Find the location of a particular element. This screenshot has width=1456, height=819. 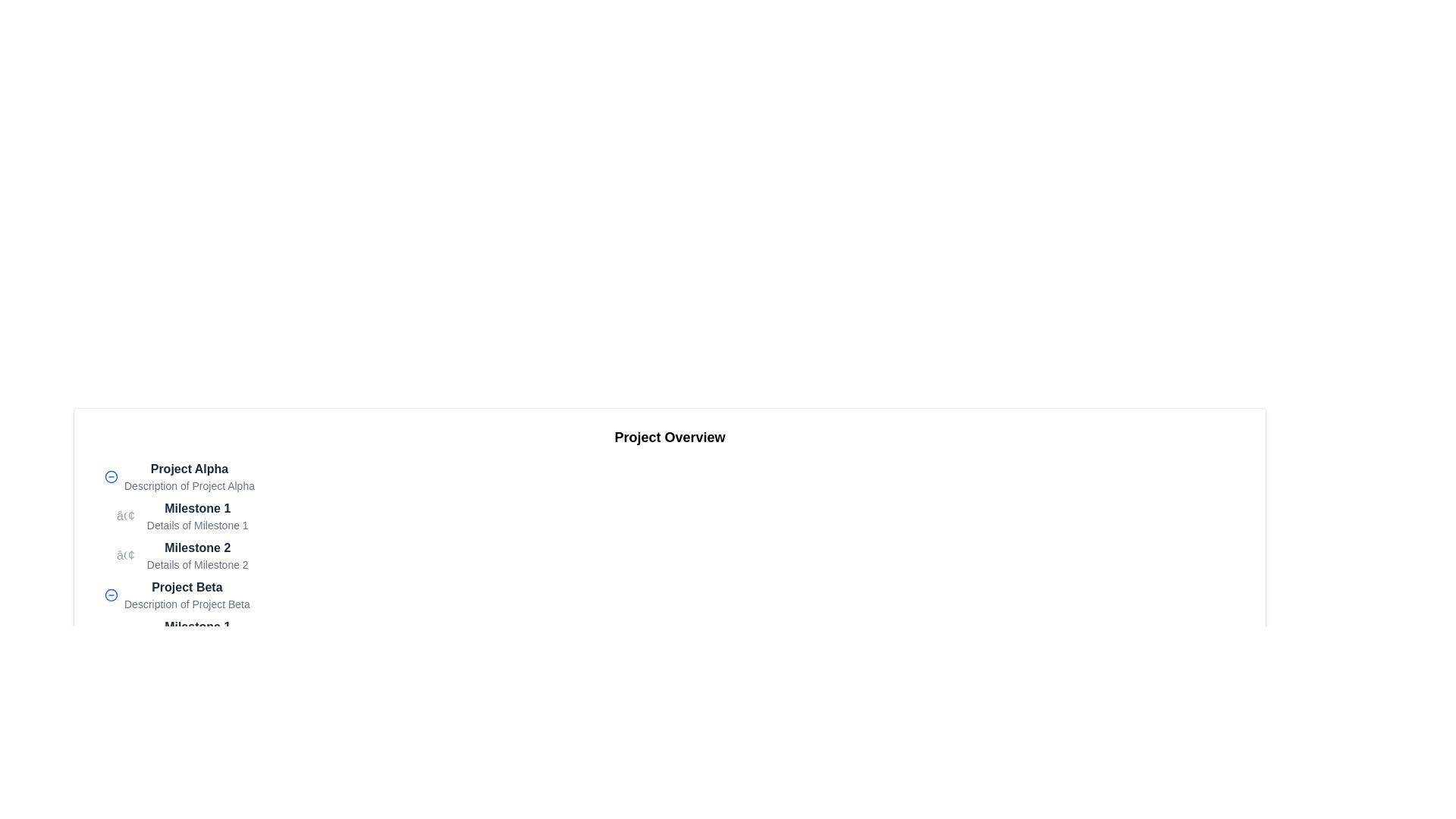

the bullet symbol which visually denotes the start of the item 'Milestone 2' in the list is located at coordinates (125, 555).